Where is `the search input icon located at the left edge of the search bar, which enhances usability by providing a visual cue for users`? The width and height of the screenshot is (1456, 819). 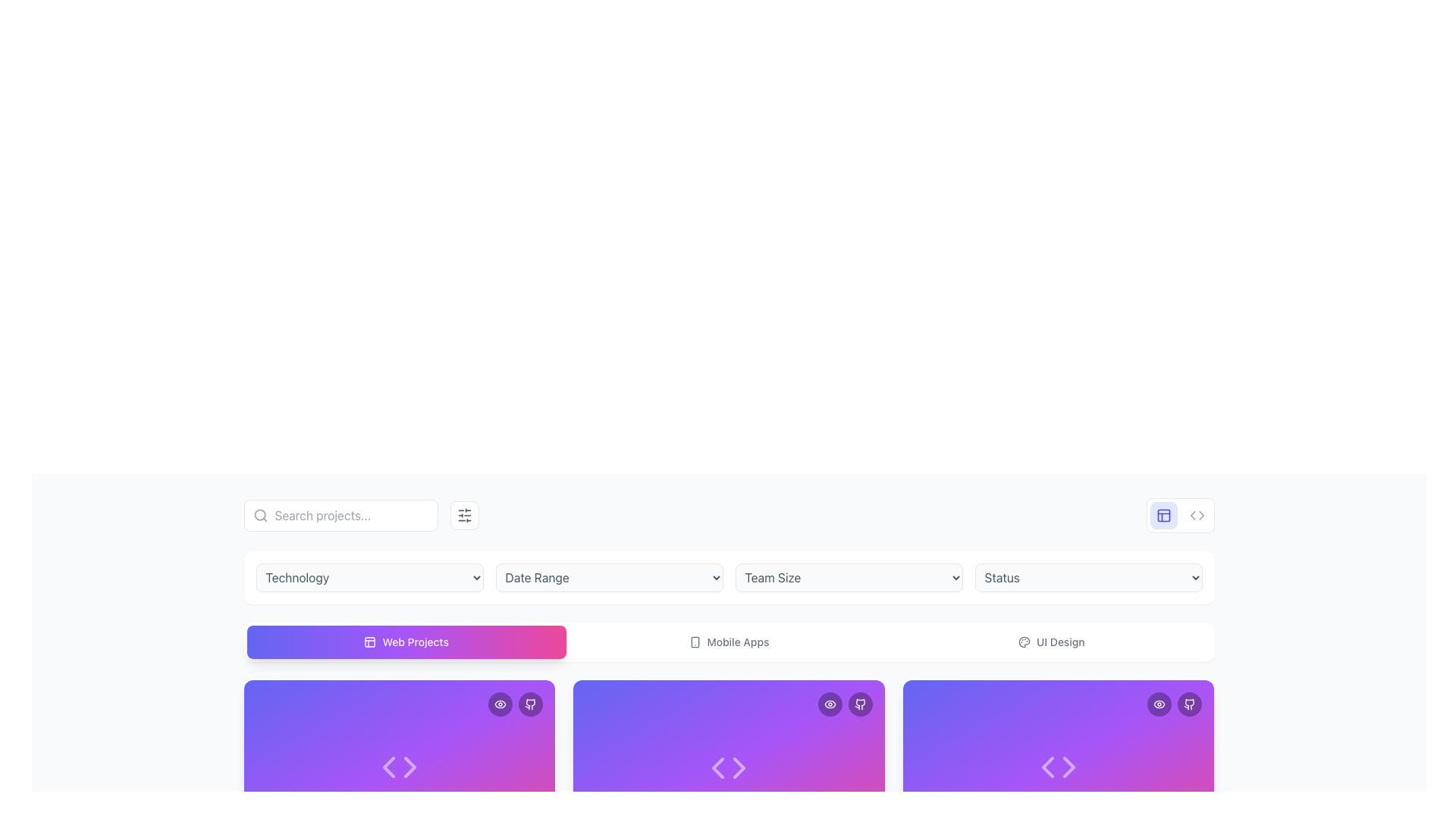
the search input icon located at the left edge of the search bar, which enhances usability by providing a visual cue for users is located at coordinates (260, 514).